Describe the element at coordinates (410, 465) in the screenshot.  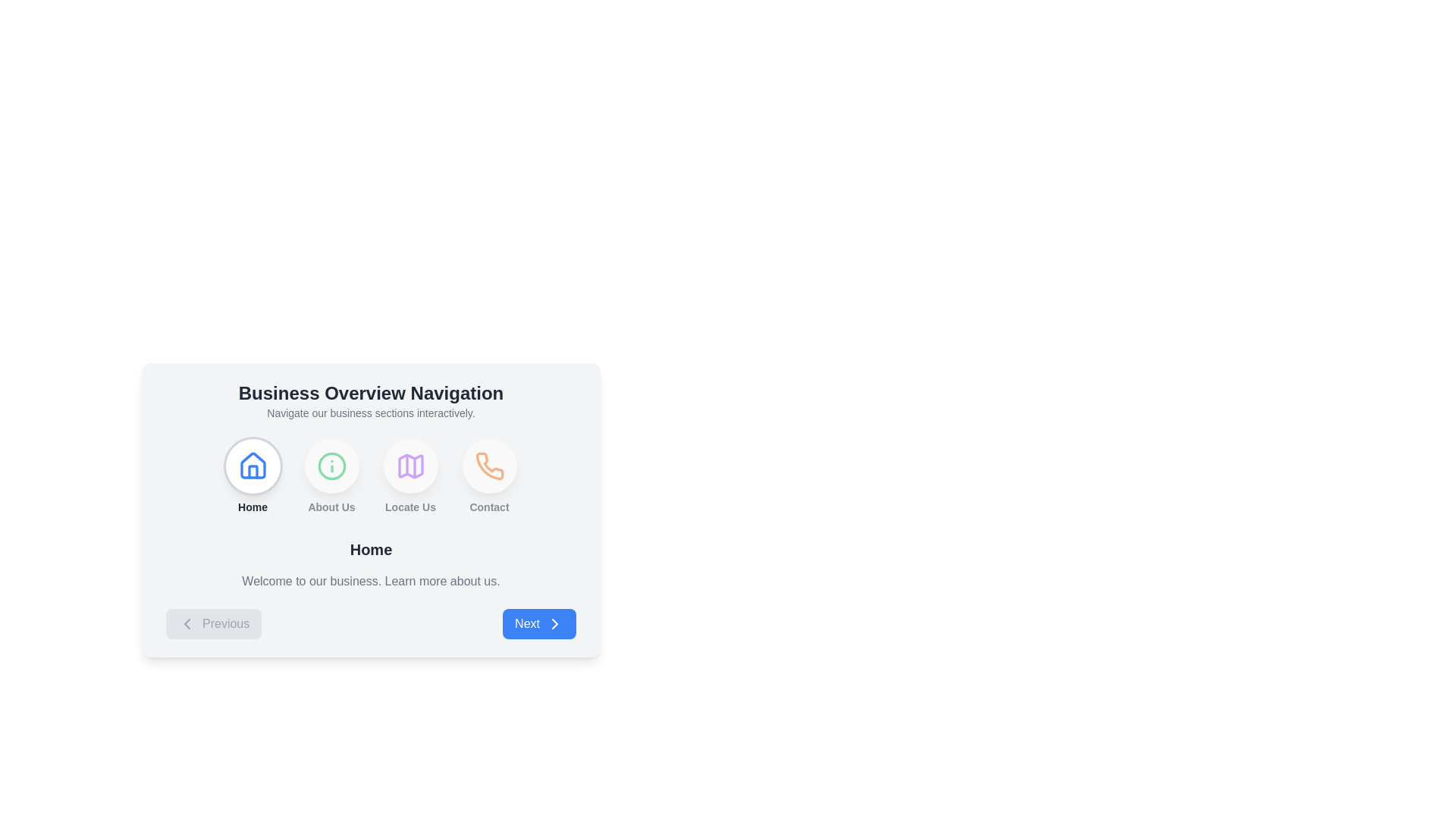
I see `the purple polygonal SVG icon that resembles a map, which is part of the 'Locate Us' circular button located third from the left in a row of four buttons at the bottom center of the interface` at that location.